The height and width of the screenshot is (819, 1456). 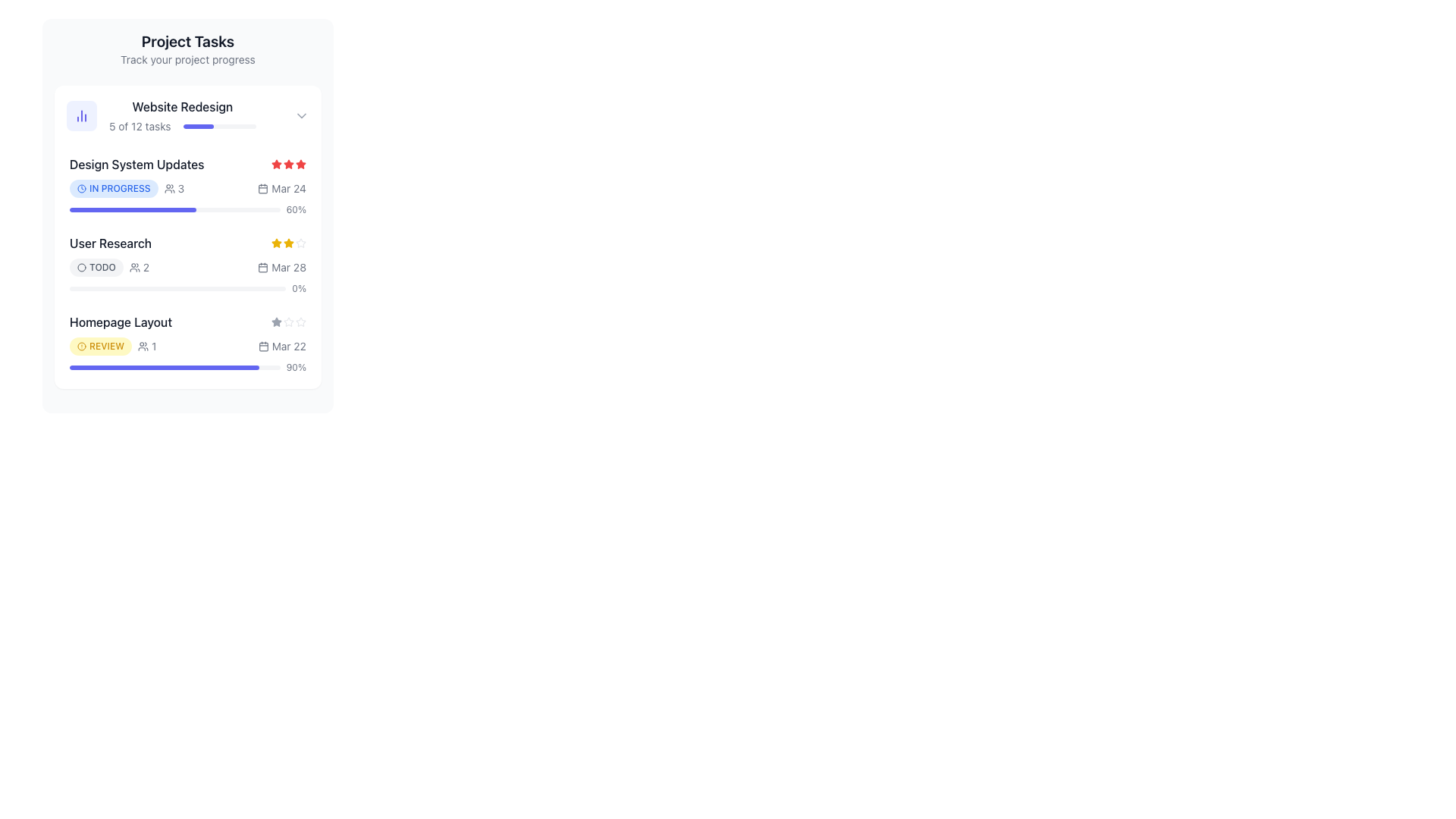 What do you see at coordinates (187, 368) in the screenshot?
I see `progress percentage displayed on the progress bar, which indicates 90% completion, located at the bottom of the 'Homepage Layout' card` at bounding box center [187, 368].